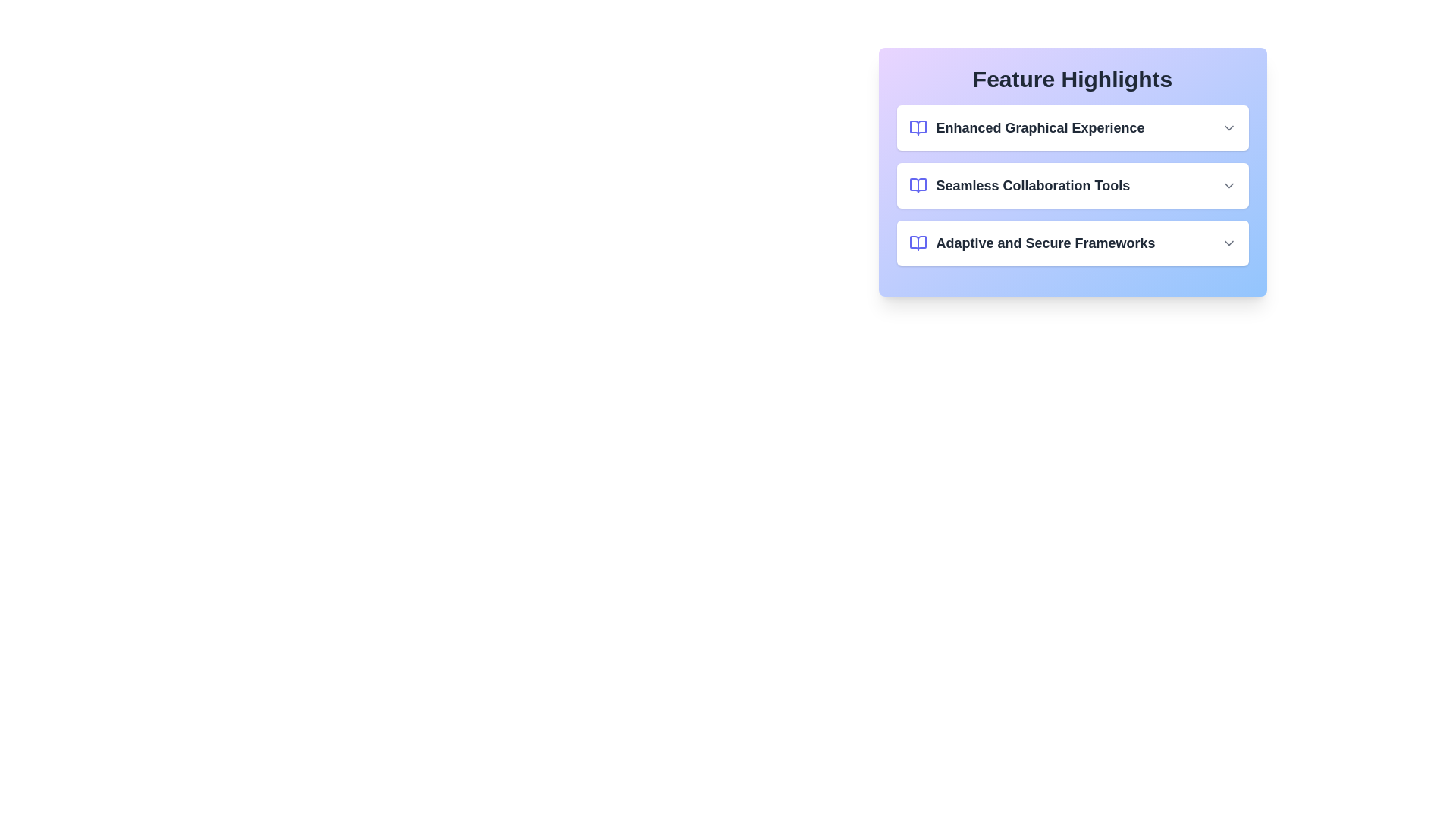 This screenshot has height=819, width=1456. What do you see at coordinates (1040, 127) in the screenshot?
I see `the text label displaying 'Enhanced Graphical Experience' which is styled in bold, large gray font and is the first item in the 'Feature Highlights' section` at bounding box center [1040, 127].